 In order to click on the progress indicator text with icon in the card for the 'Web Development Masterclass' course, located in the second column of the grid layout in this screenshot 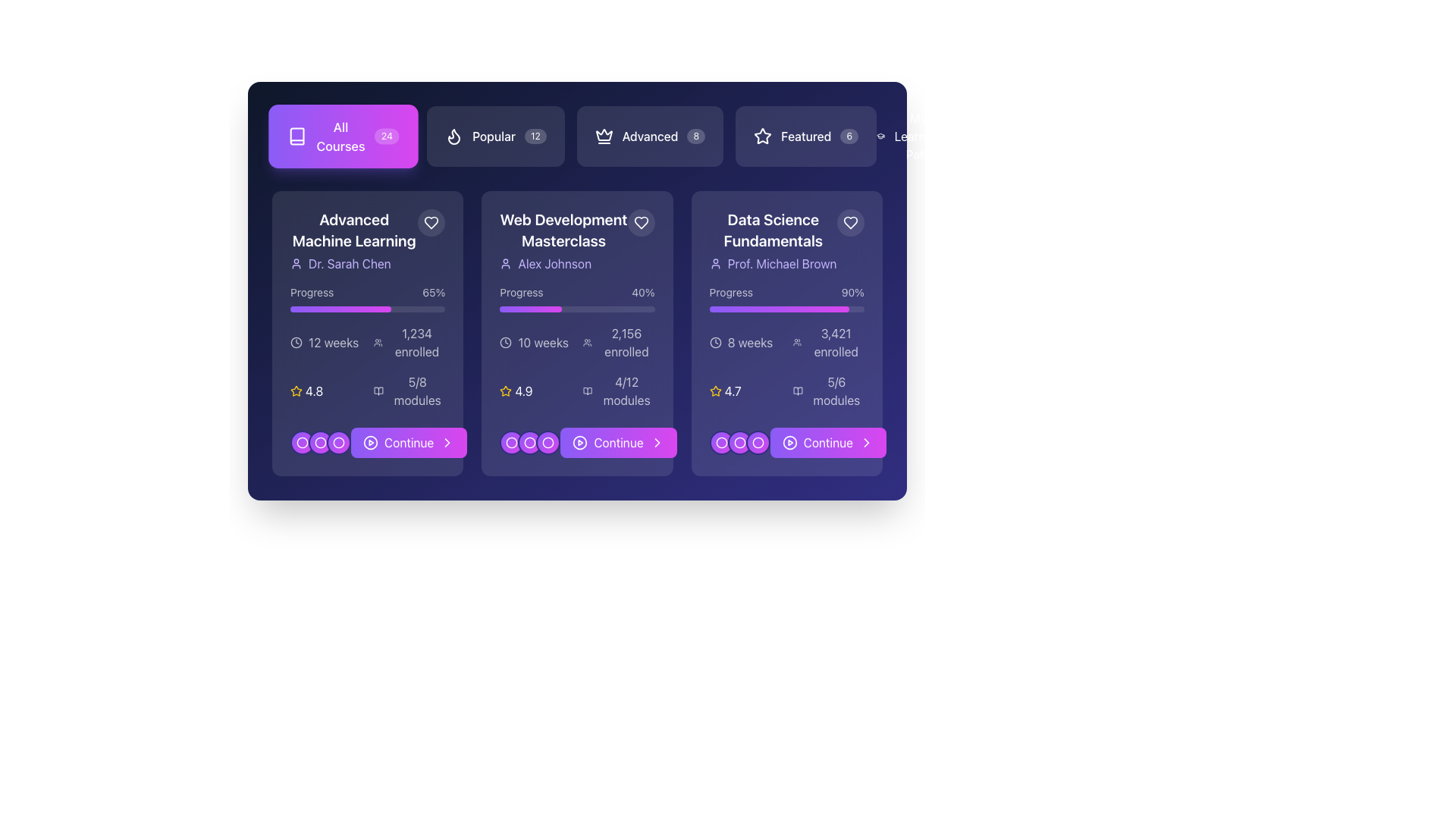, I will do `click(619, 391)`.